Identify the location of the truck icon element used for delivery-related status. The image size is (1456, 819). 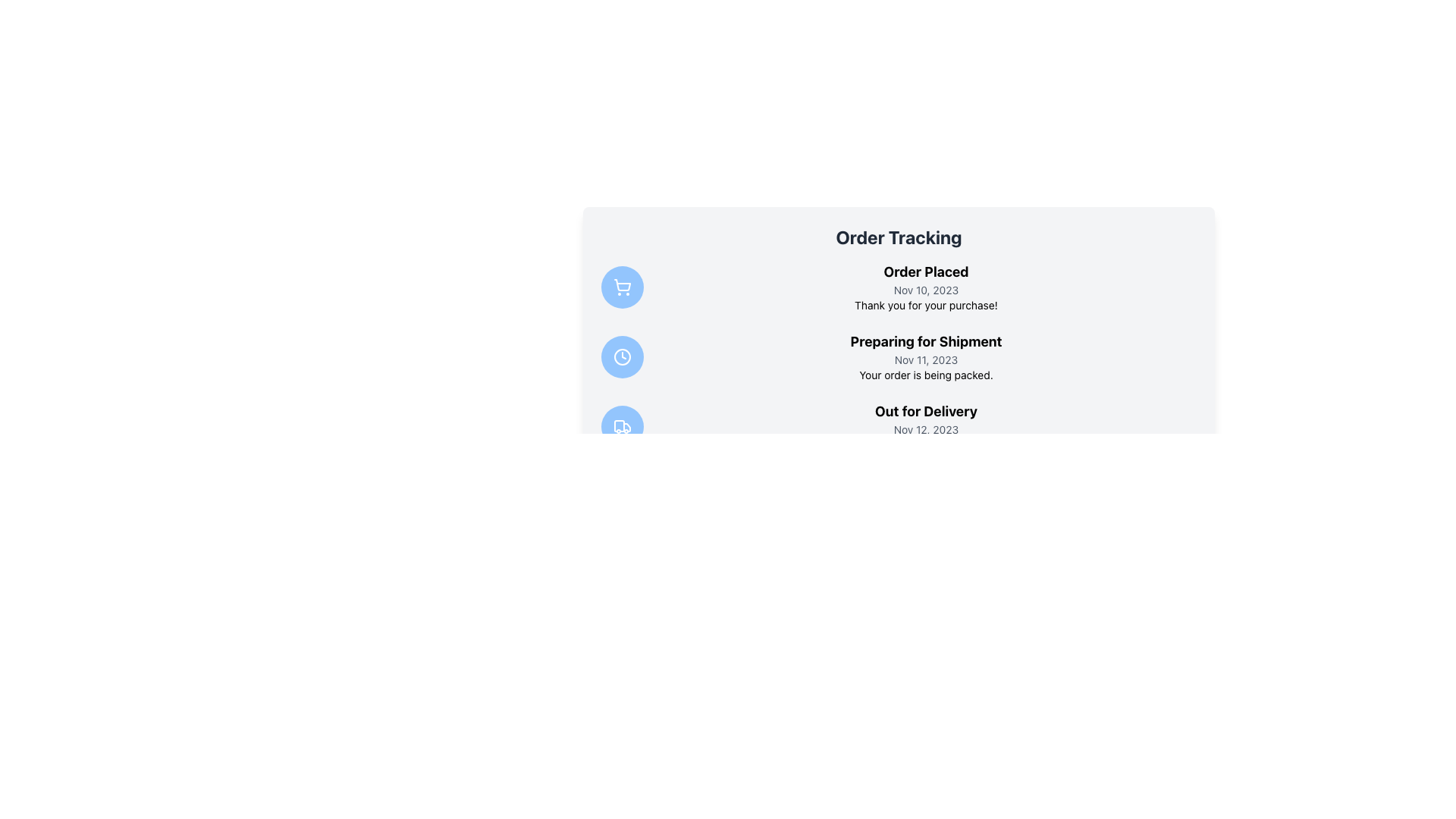
(619, 426).